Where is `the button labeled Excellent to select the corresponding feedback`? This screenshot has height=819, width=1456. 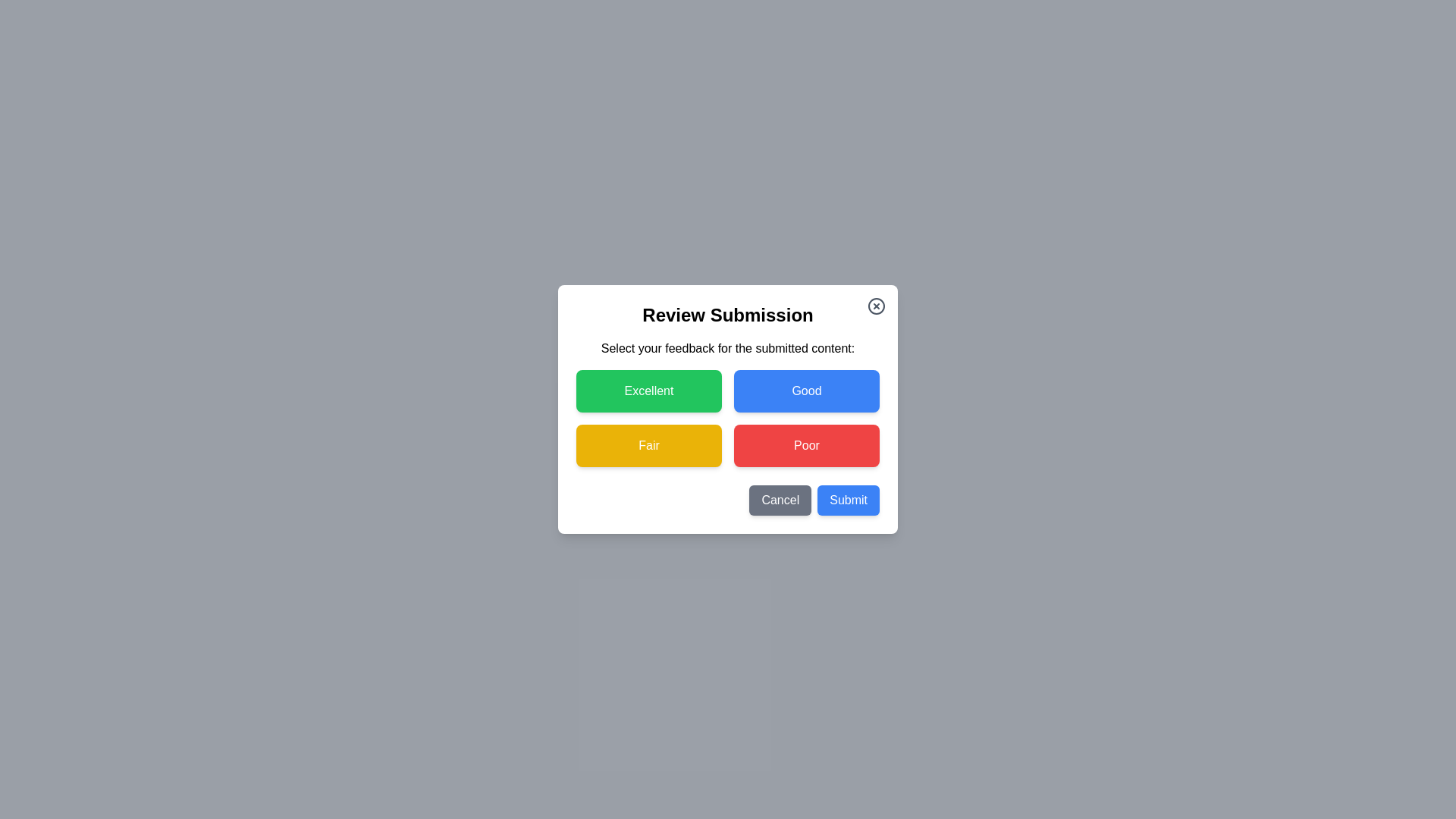 the button labeled Excellent to select the corresponding feedback is located at coordinates (648, 391).